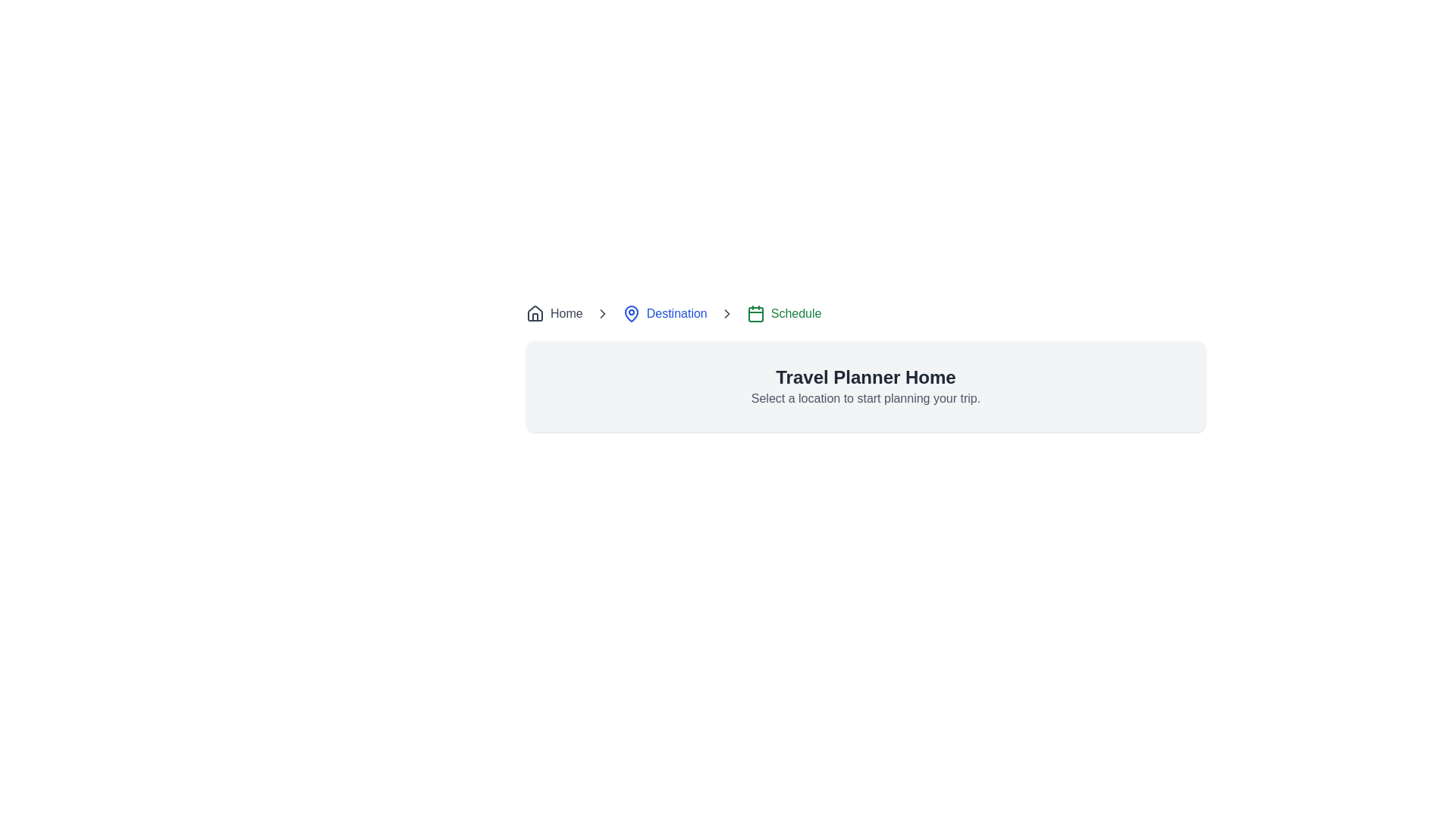 The width and height of the screenshot is (1456, 819). What do you see at coordinates (866, 376) in the screenshot?
I see `the 'Travel Planner Home' header, which is styled prominently with a bold and large font, and is located beneath a breadcrumb navigation bar` at bounding box center [866, 376].